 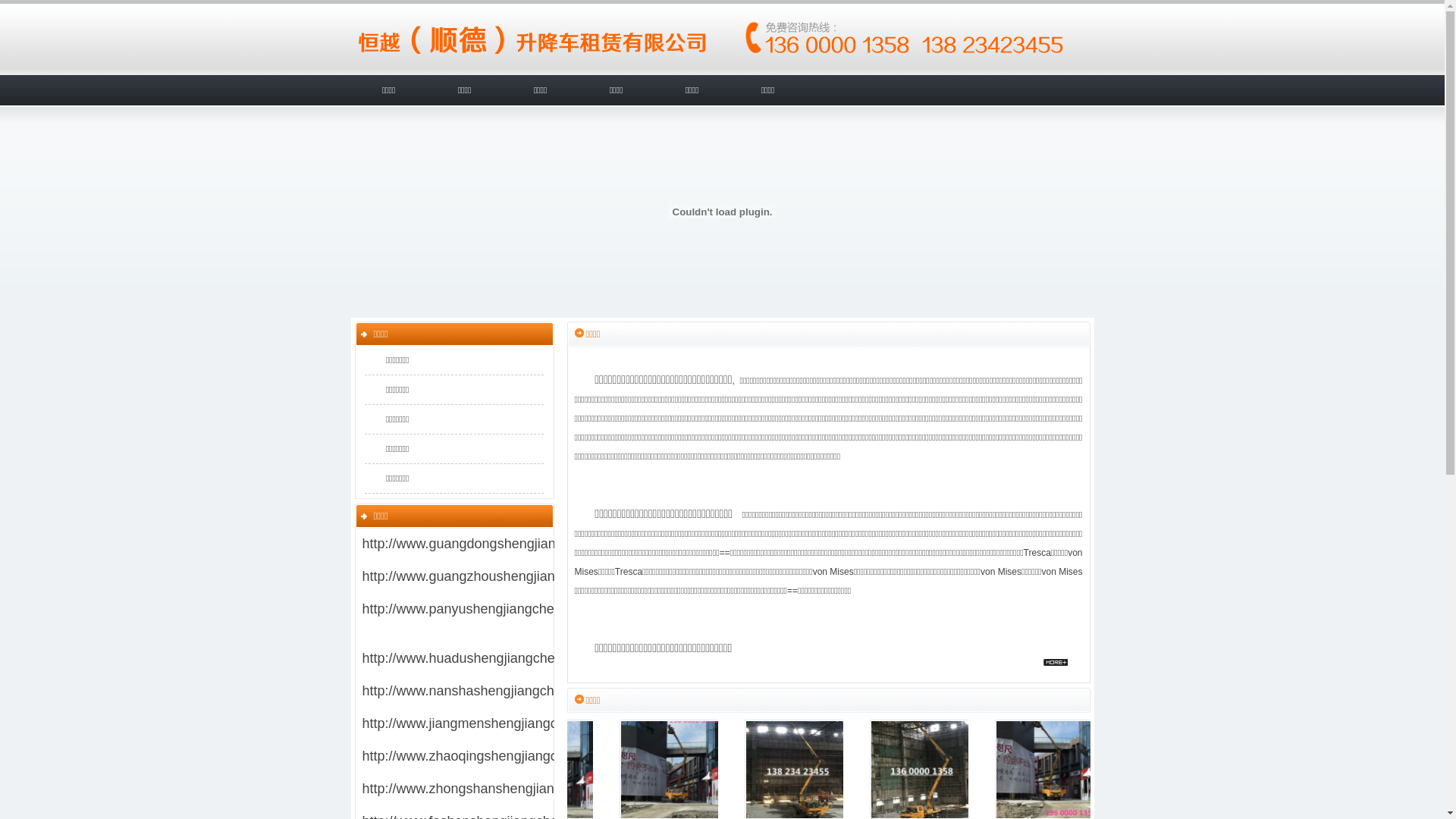 What do you see at coordinates (494, 657) in the screenshot?
I see `'http://www.huadushengjiangchechuzu.com/'` at bounding box center [494, 657].